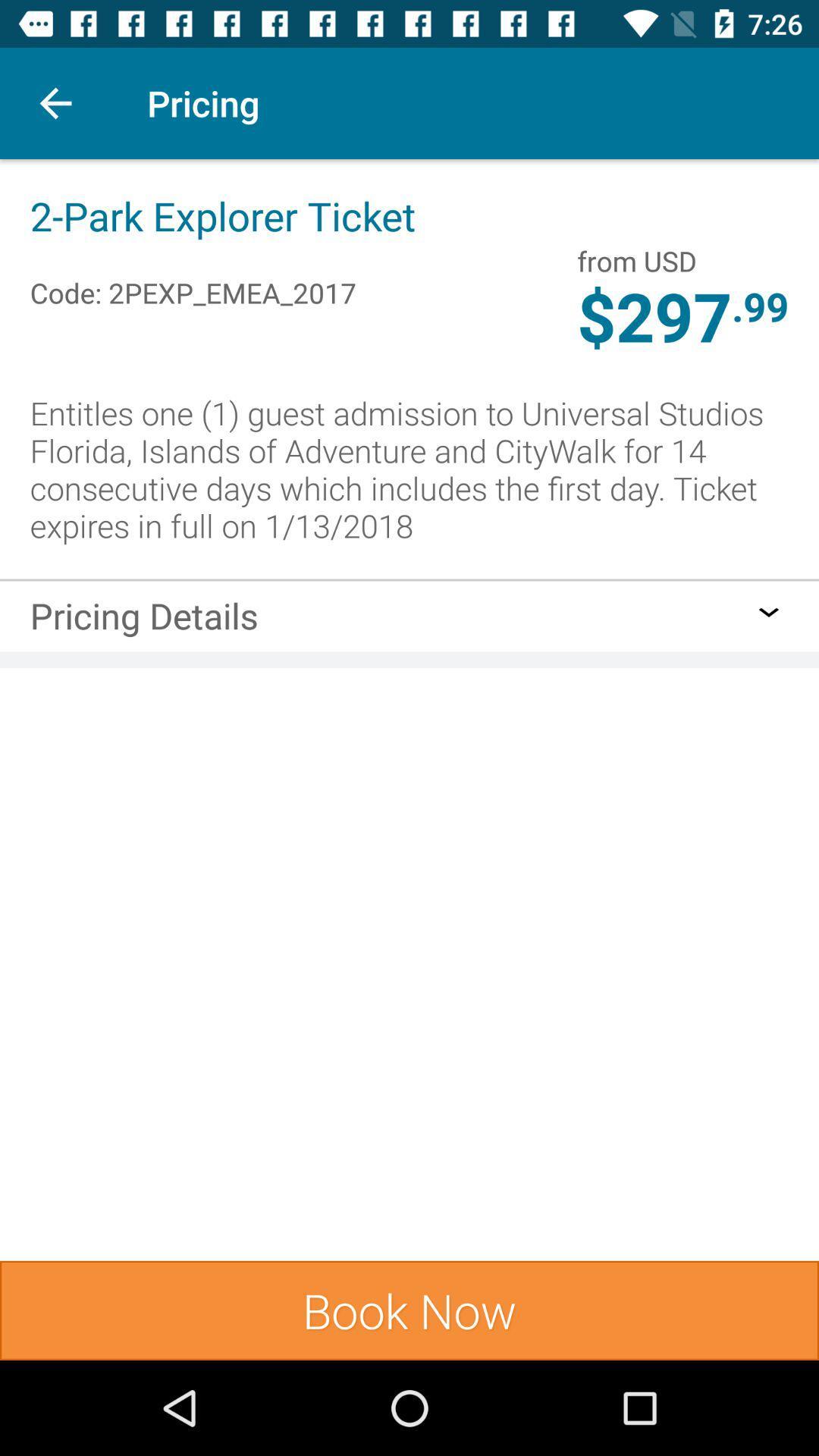 The width and height of the screenshot is (819, 1456). I want to click on icon above 2 park explorer, so click(55, 102).